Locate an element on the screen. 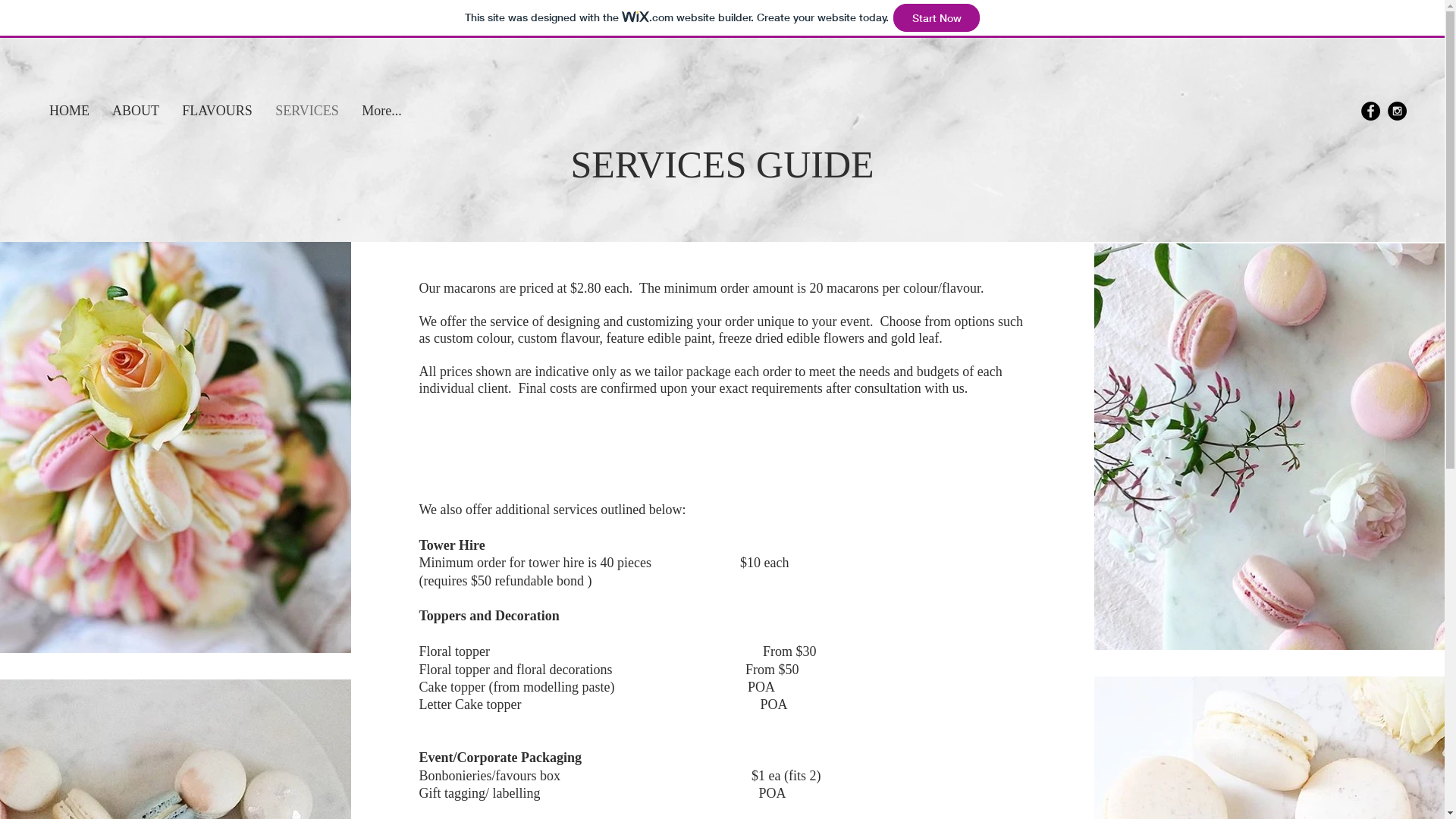  'ABOUT' is located at coordinates (100, 110).